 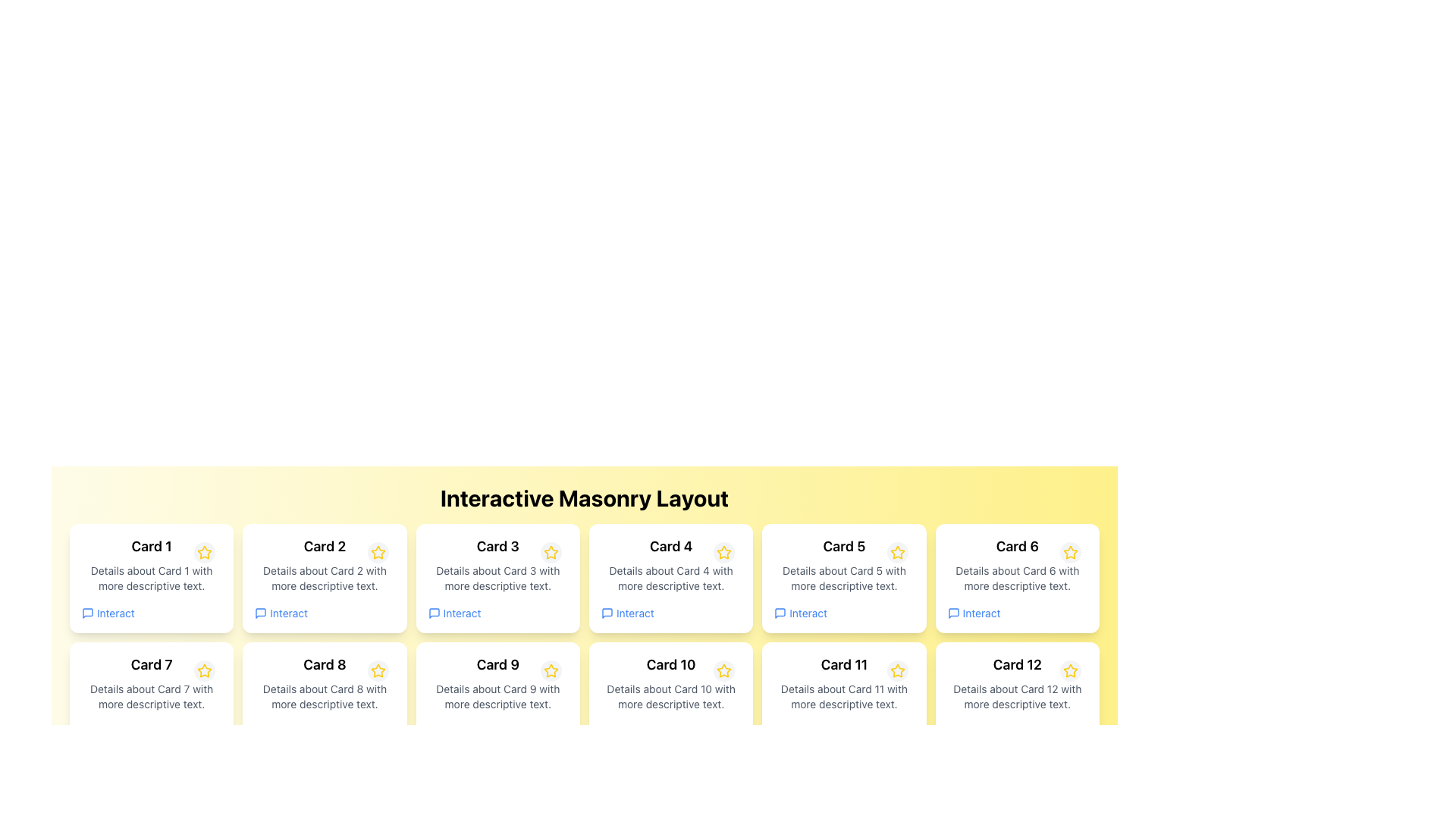 I want to click on the header text located at the top of 'Card 6', which is the sixth card in a masonry layout, so click(x=1017, y=547).